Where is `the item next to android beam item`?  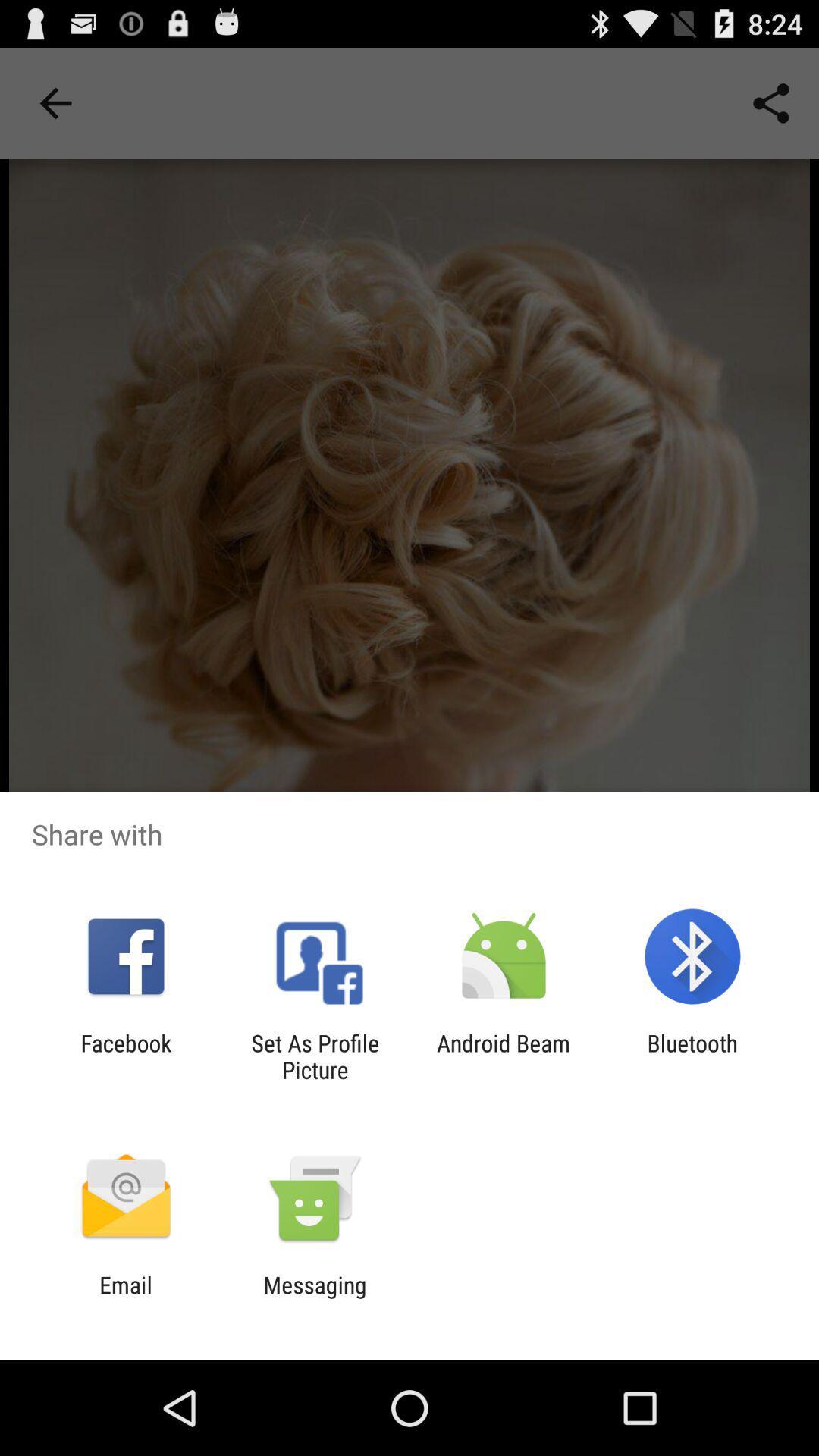 the item next to android beam item is located at coordinates (314, 1056).